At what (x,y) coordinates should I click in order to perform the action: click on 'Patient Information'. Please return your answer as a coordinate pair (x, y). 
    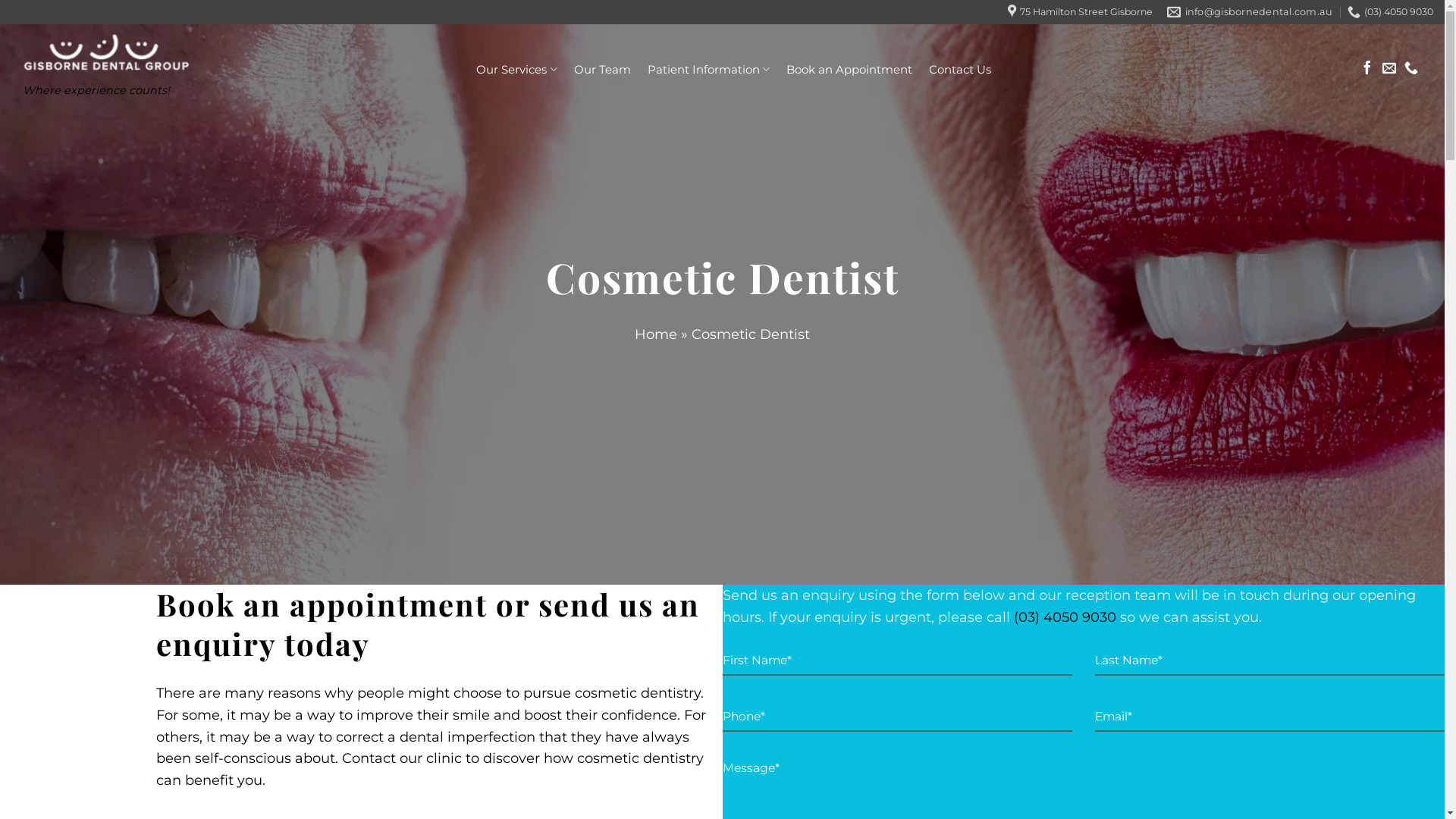
    Looking at the image, I should click on (708, 69).